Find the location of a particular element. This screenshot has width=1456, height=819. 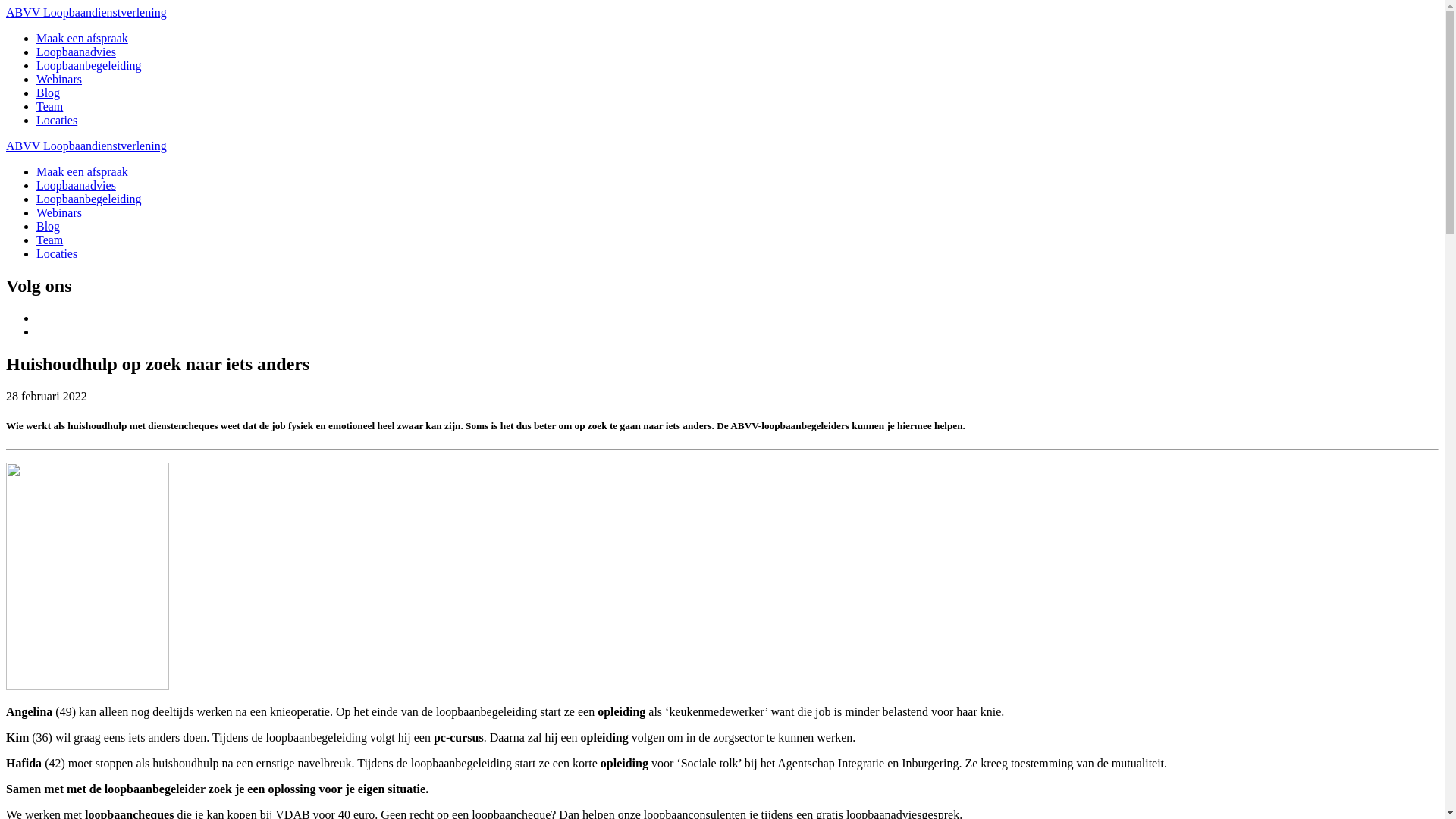

'Locaties' is located at coordinates (57, 119).